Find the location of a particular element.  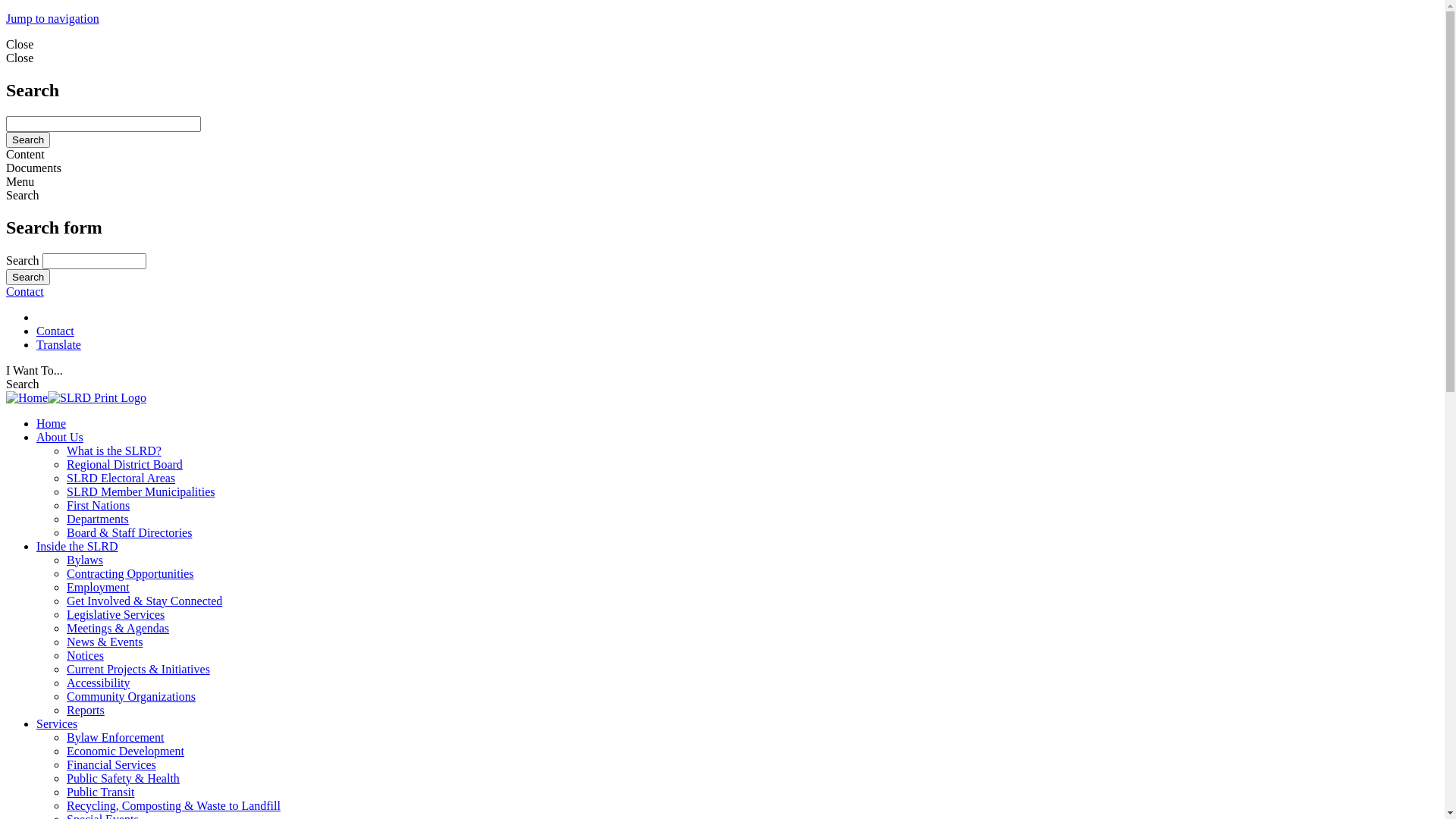

'Bylaws' is located at coordinates (83, 560).